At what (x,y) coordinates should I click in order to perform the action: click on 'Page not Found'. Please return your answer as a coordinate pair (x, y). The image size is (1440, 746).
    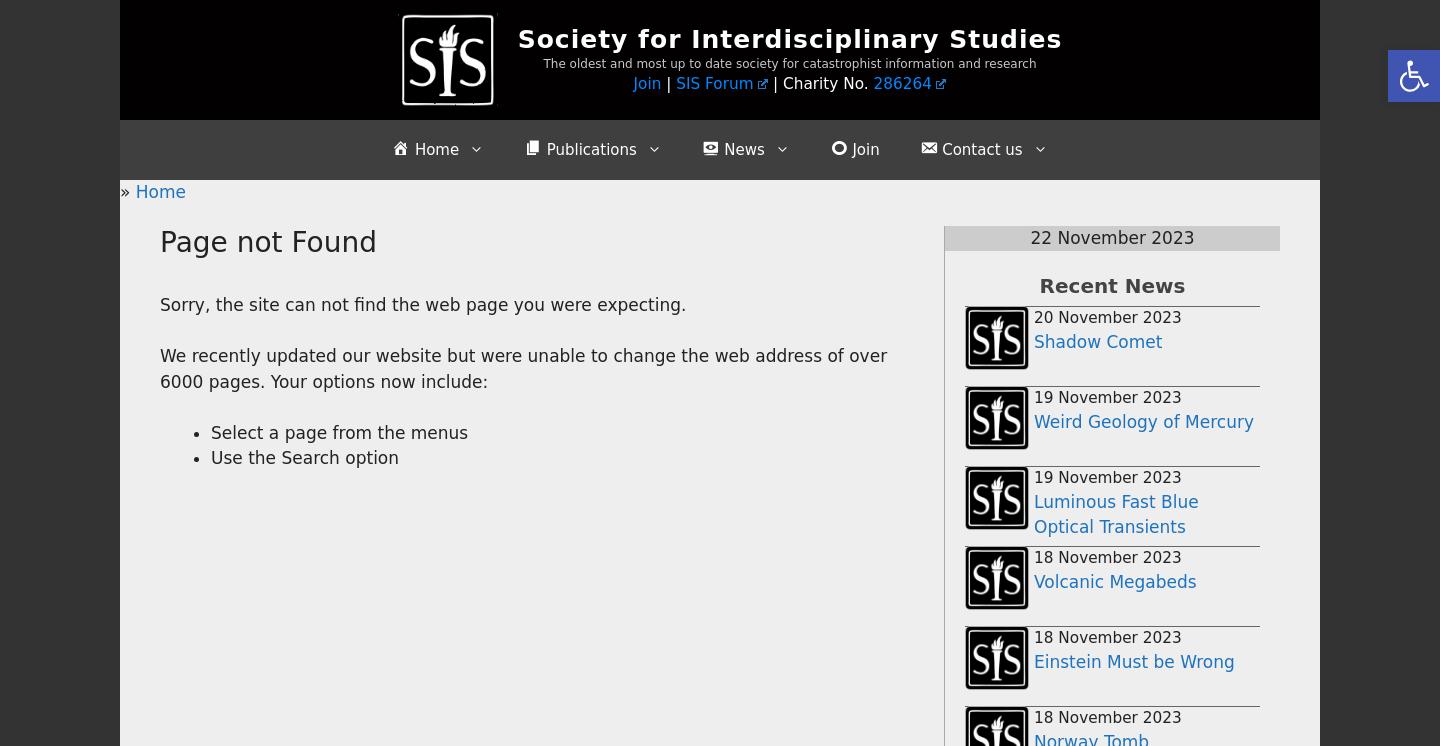
    Looking at the image, I should click on (266, 241).